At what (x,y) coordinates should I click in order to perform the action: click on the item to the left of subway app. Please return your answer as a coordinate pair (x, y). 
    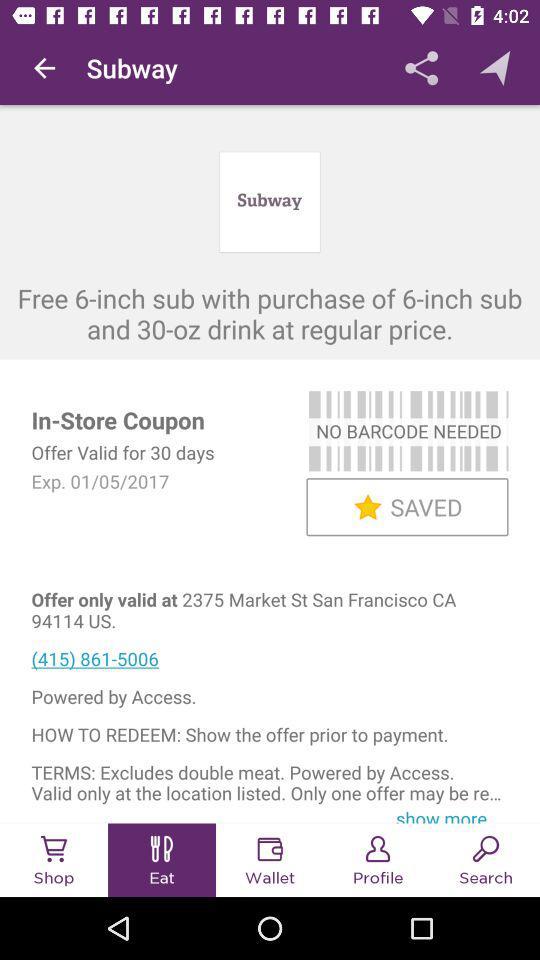
    Looking at the image, I should click on (44, 68).